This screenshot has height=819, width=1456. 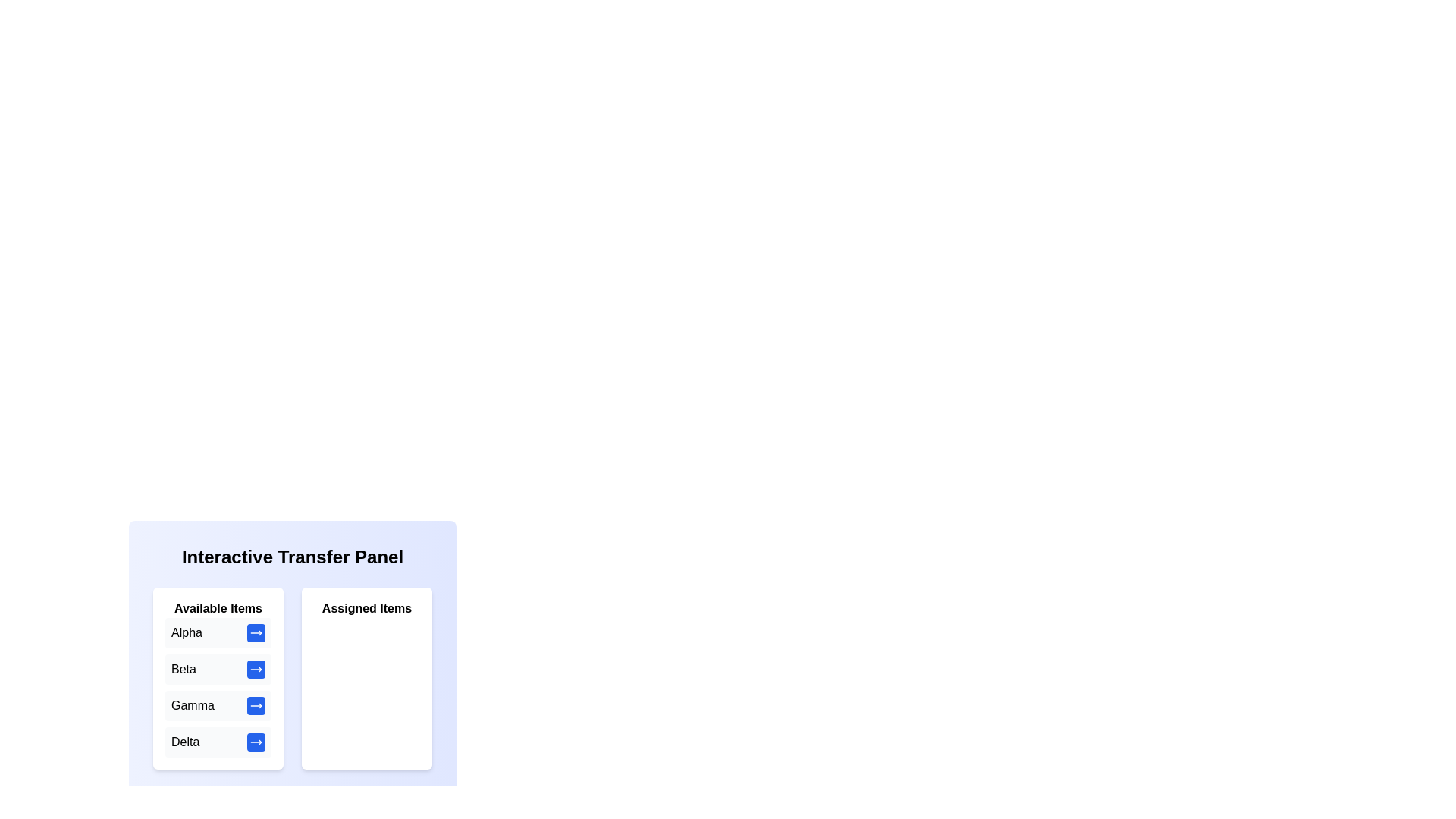 What do you see at coordinates (256, 669) in the screenshot?
I see `the transfer button next to the item Beta in the 'Available Items' list to move it to the 'Assigned Items' list` at bounding box center [256, 669].